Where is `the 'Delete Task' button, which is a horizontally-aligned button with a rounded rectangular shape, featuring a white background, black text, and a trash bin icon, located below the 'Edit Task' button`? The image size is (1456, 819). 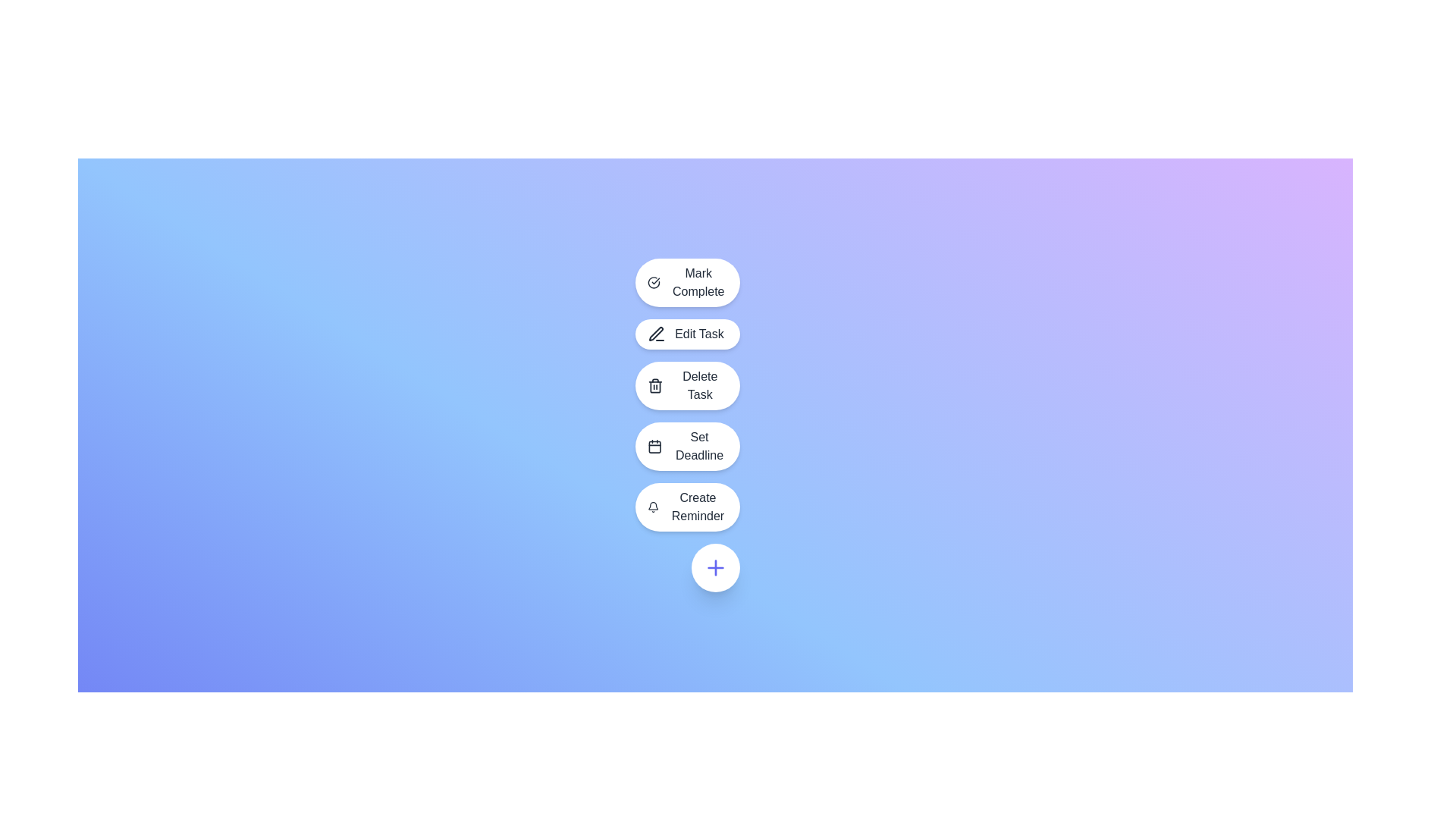
the 'Delete Task' button, which is a horizontally-aligned button with a rounded rectangular shape, featuring a white background, black text, and a trash bin icon, located below the 'Edit Task' button is located at coordinates (686, 385).